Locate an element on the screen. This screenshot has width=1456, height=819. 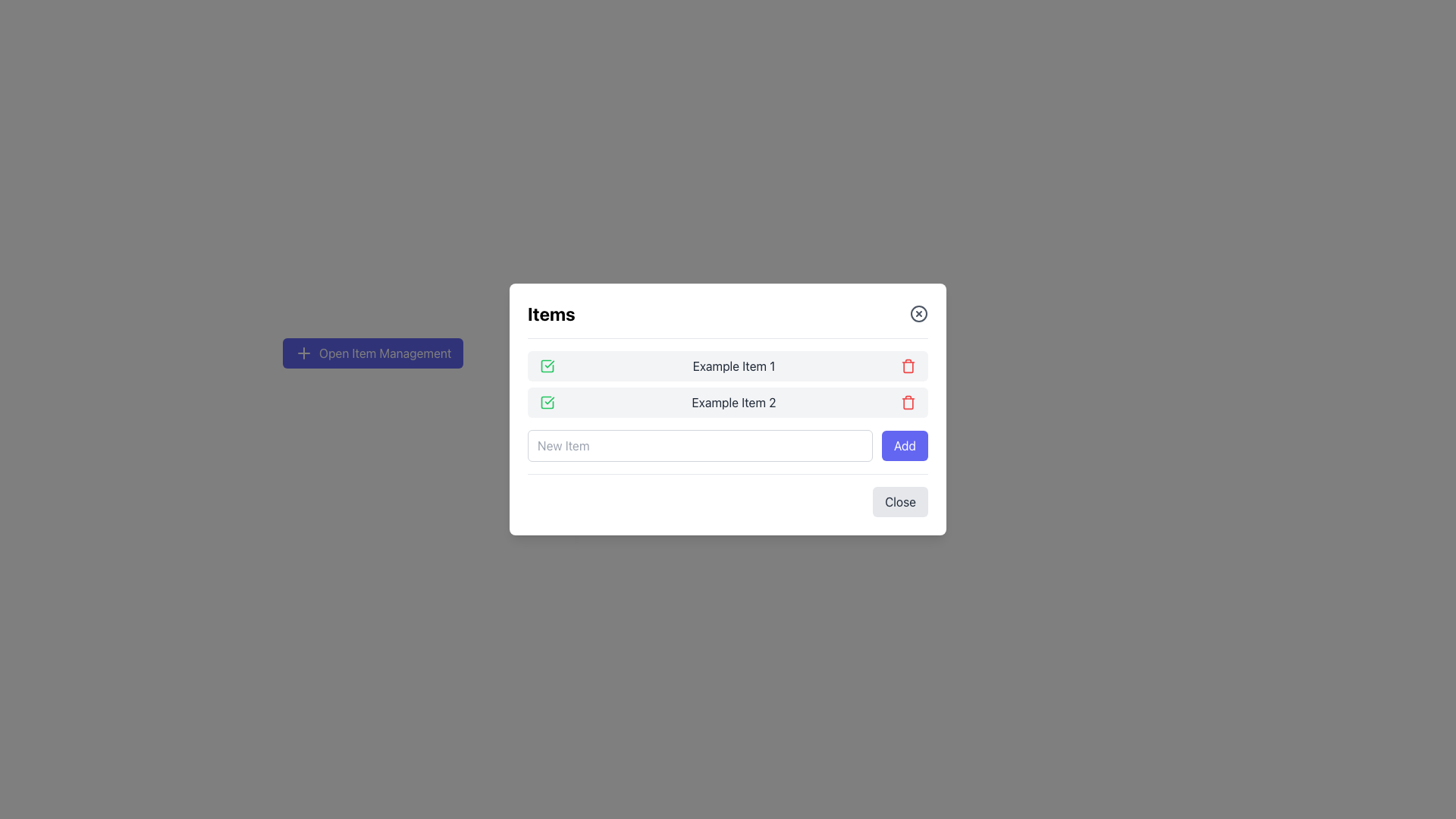
the addition icon located at the leftmost position of the button labeled 'Open Item Management' is located at coordinates (303, 353).